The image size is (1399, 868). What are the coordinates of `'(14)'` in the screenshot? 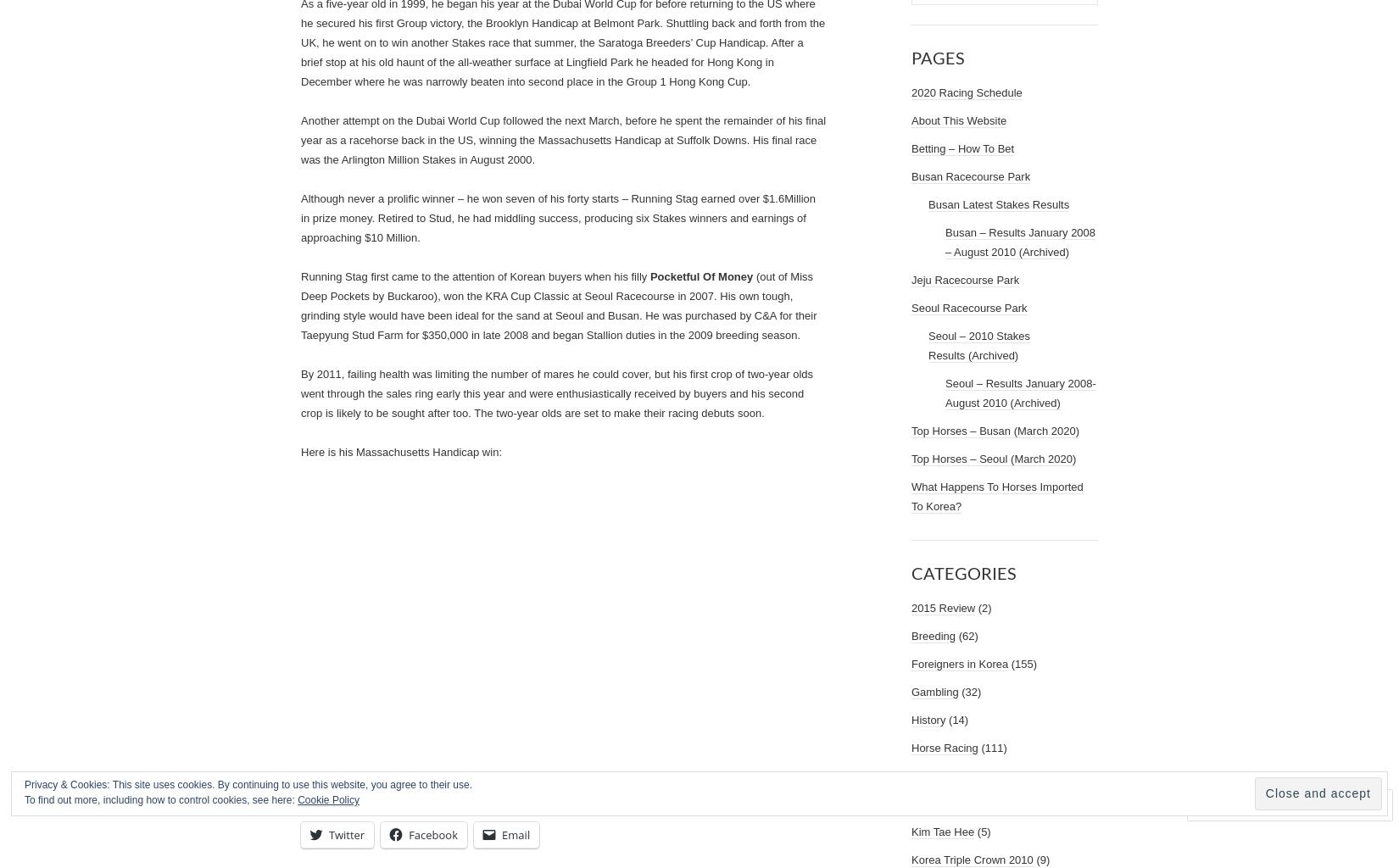 It's located at (956, 719).